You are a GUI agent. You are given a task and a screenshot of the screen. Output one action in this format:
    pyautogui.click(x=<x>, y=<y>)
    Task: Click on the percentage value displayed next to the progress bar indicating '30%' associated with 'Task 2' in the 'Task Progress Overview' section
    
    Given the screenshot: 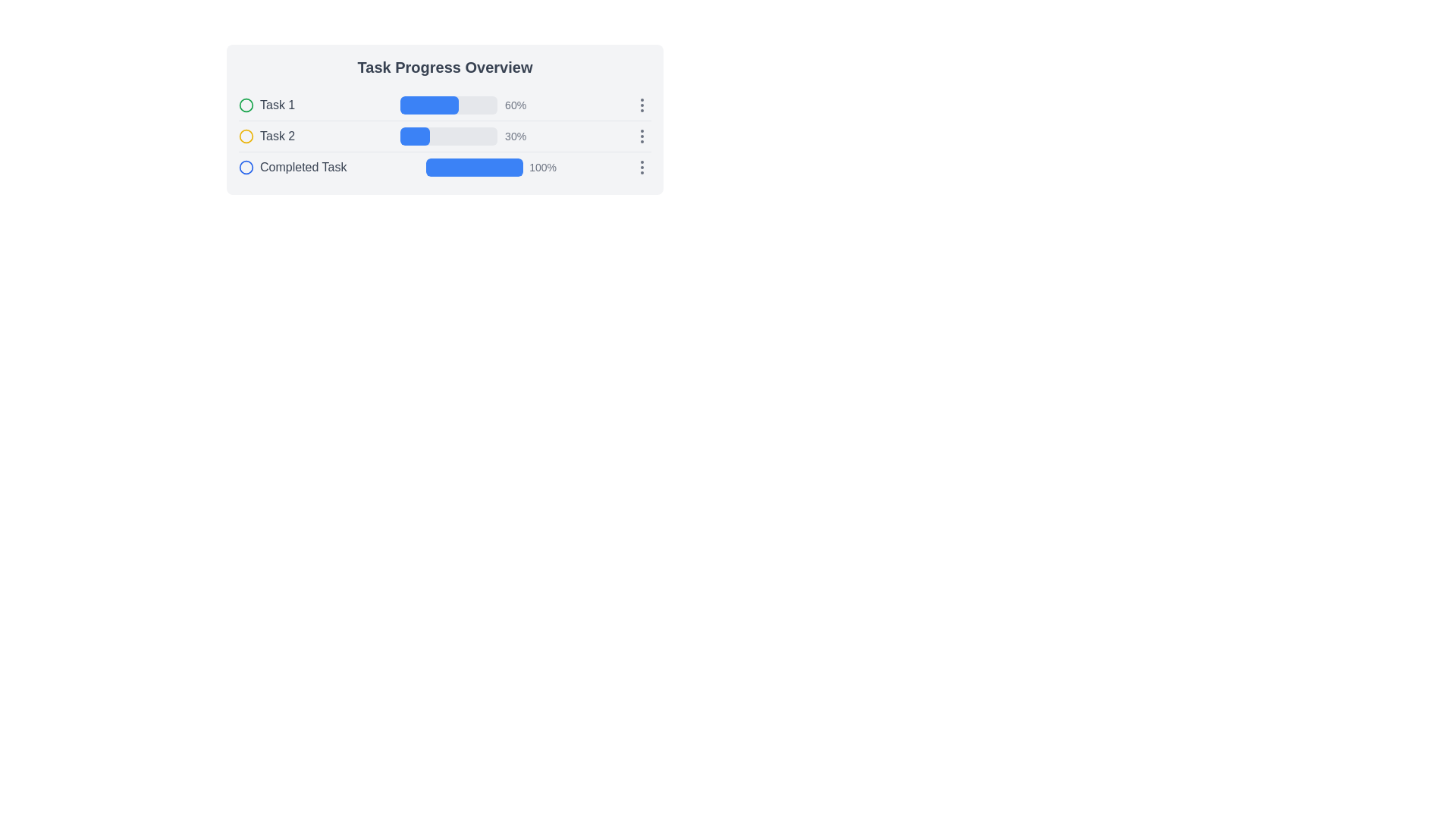 What is the action you would take?
    pyautogui.click(x=463, y=136)
    